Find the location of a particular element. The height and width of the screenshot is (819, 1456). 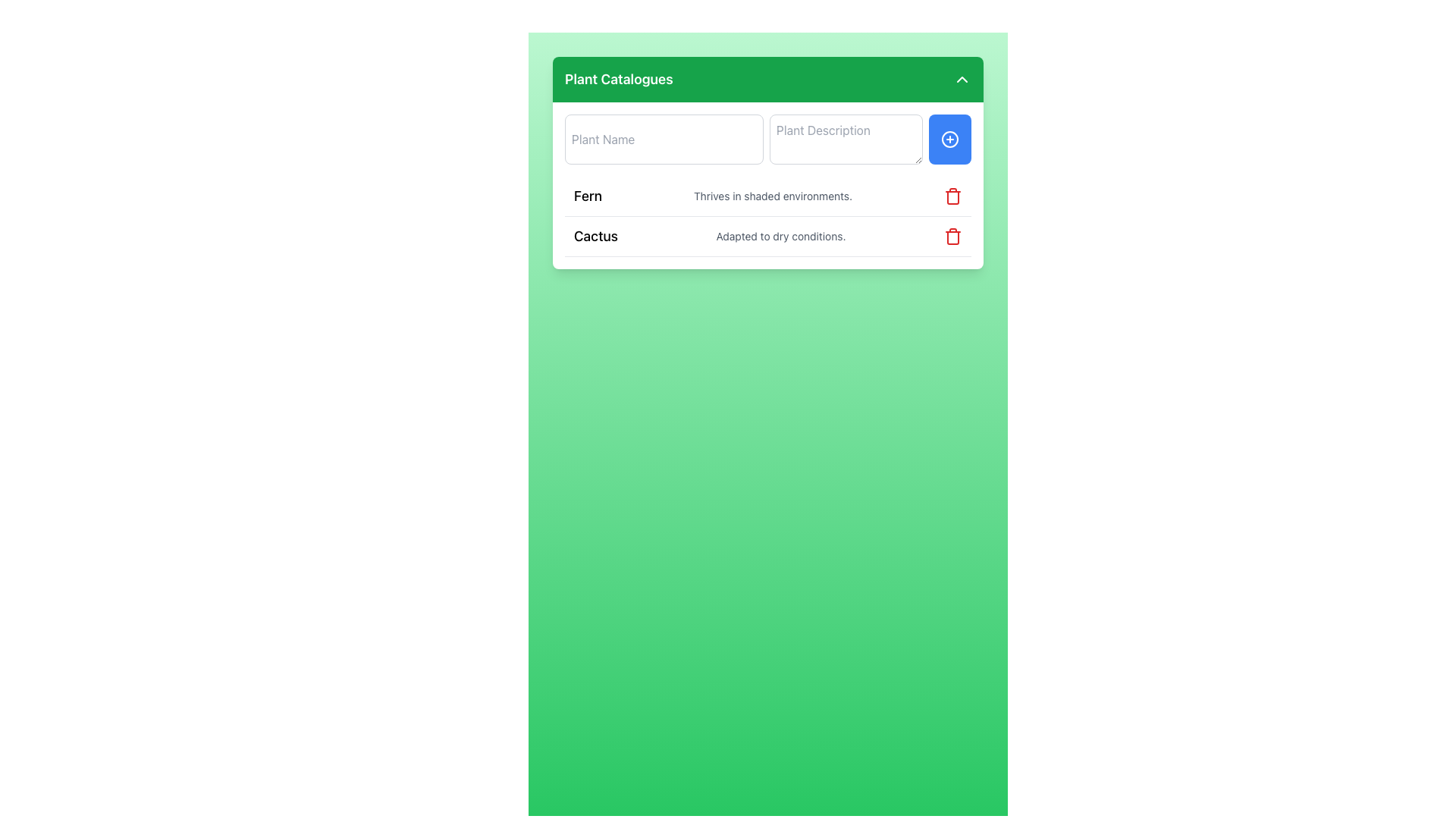

the small, upward-facing chevron icon button located near the top-right corner of the green header area titled 'Plant Catalogues' is located at coordinates (961, 79).